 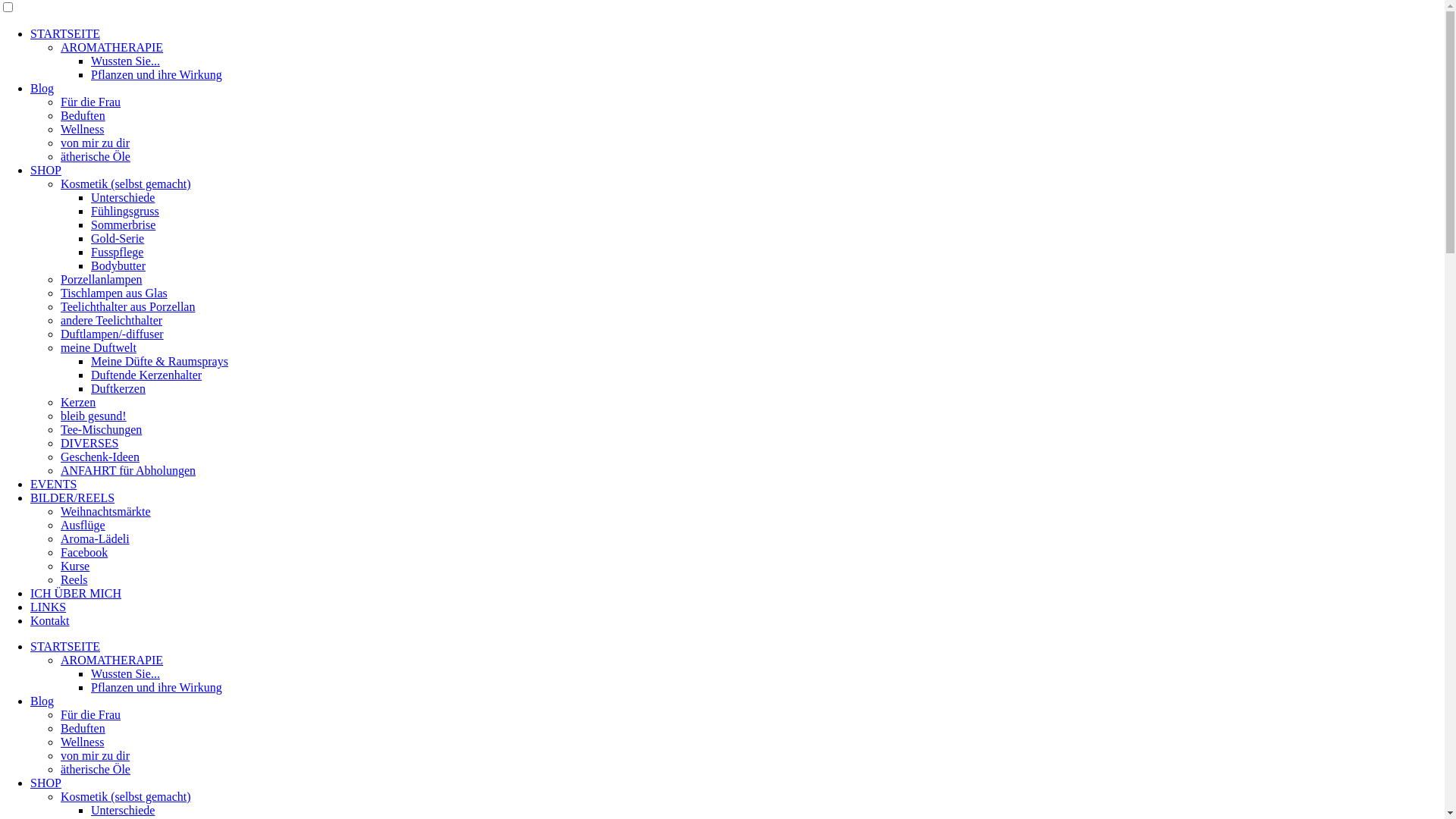 I want to click on 'Wellness', so click(x=61, y=741).